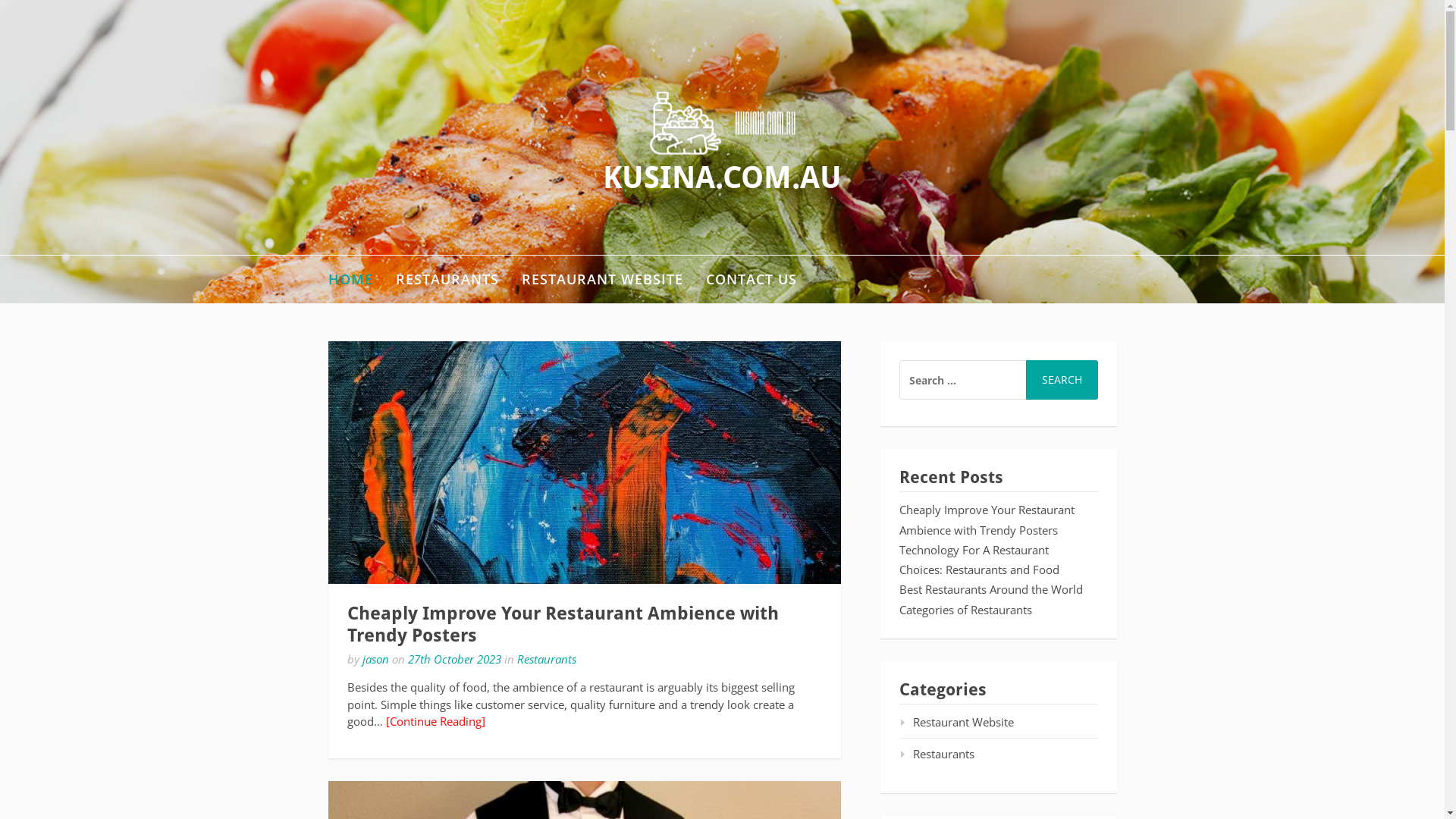 Image resolution: width=1456 pixels, height=819 pixels. What do you see at coordinates (750, 279) in the screenshot?
I see `'CONTACT US'` at bounding box center [750, 279].